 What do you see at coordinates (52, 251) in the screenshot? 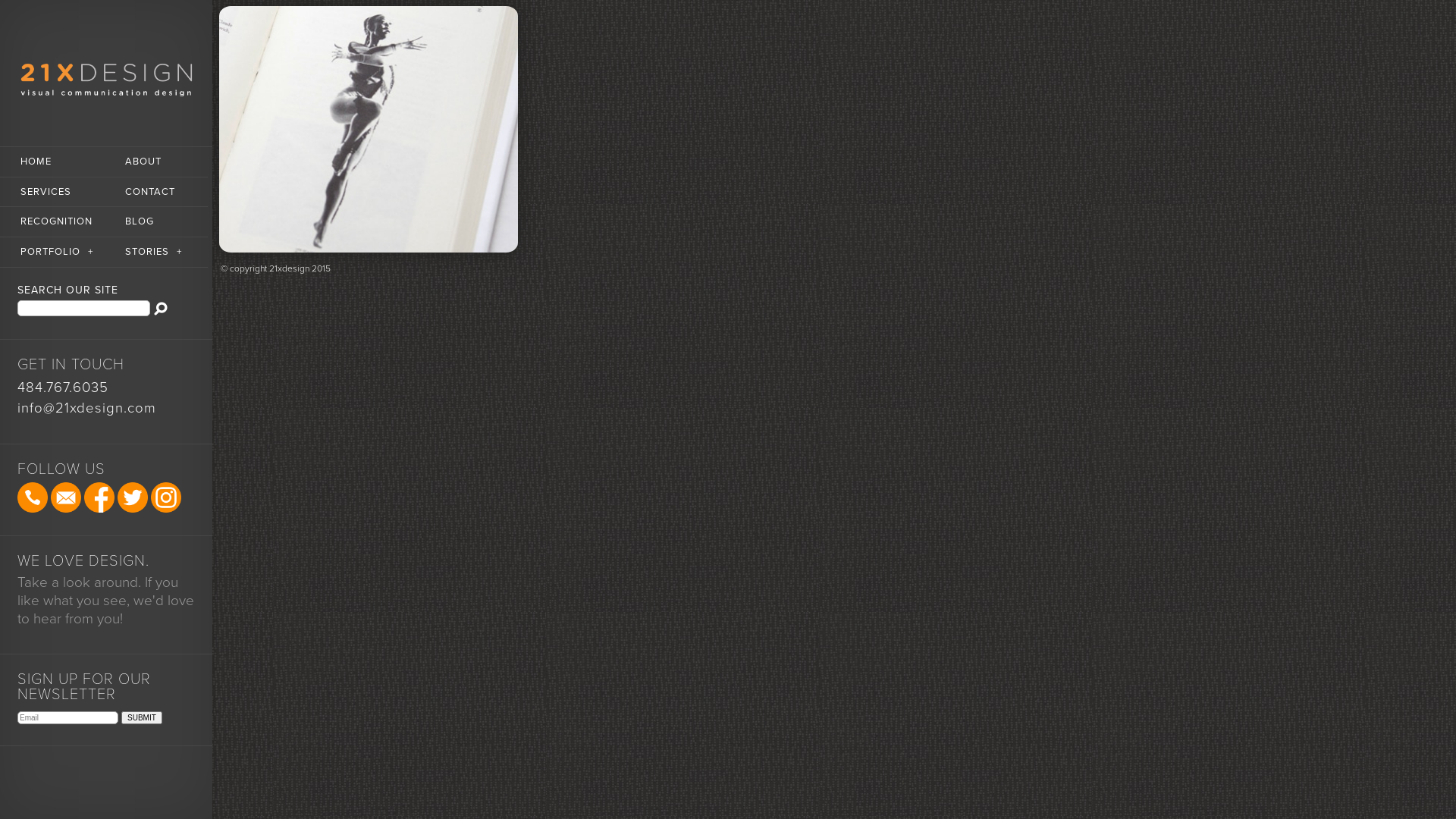
I see `'PORTFOLIO+'` at bounding box center [52, 251].